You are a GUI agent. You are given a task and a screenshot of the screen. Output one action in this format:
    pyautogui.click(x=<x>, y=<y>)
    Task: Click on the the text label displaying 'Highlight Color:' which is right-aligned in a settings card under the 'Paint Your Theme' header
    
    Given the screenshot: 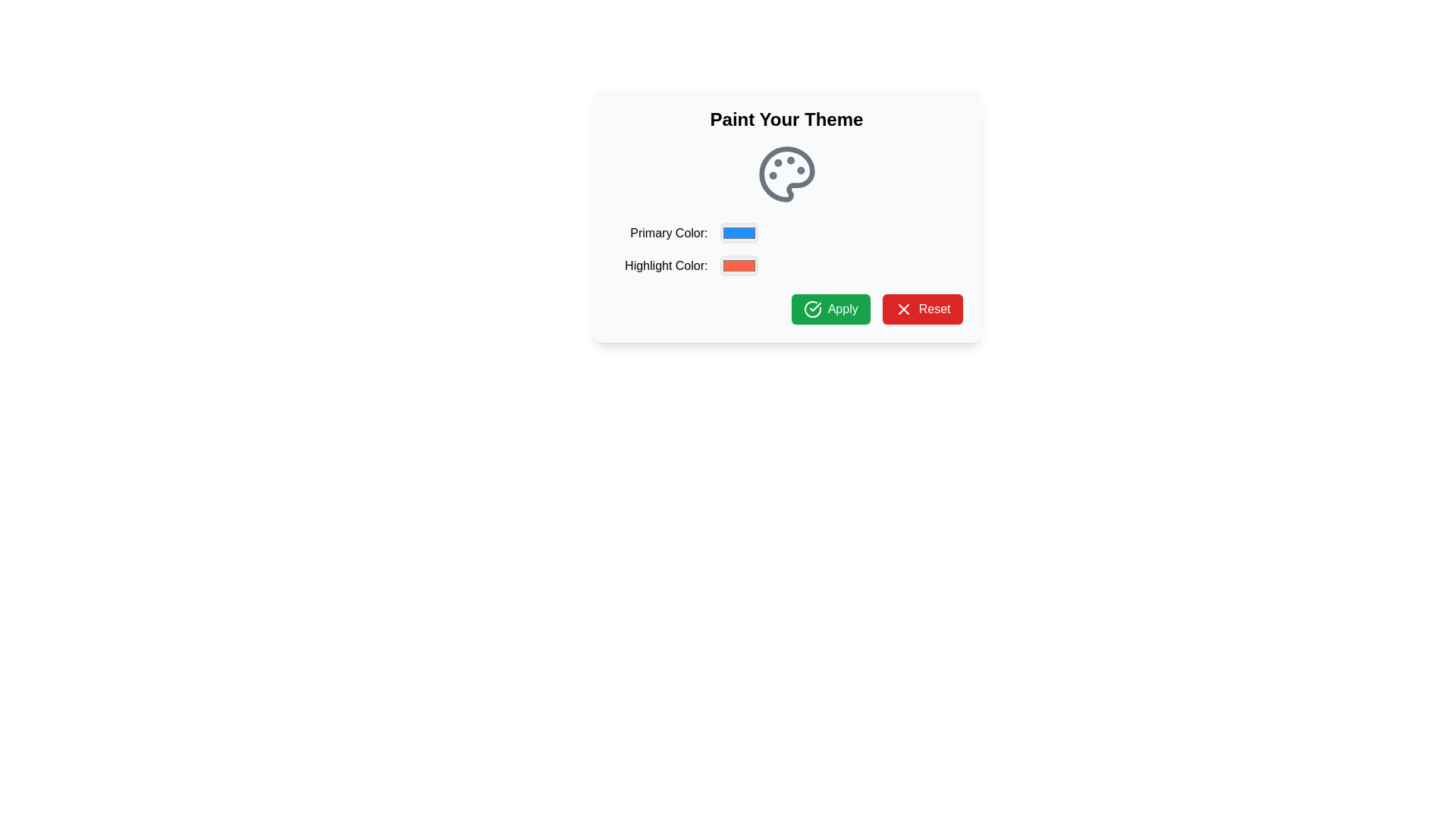 What is the action you would take?
    pyautogui.click(x=659, y=265)
    